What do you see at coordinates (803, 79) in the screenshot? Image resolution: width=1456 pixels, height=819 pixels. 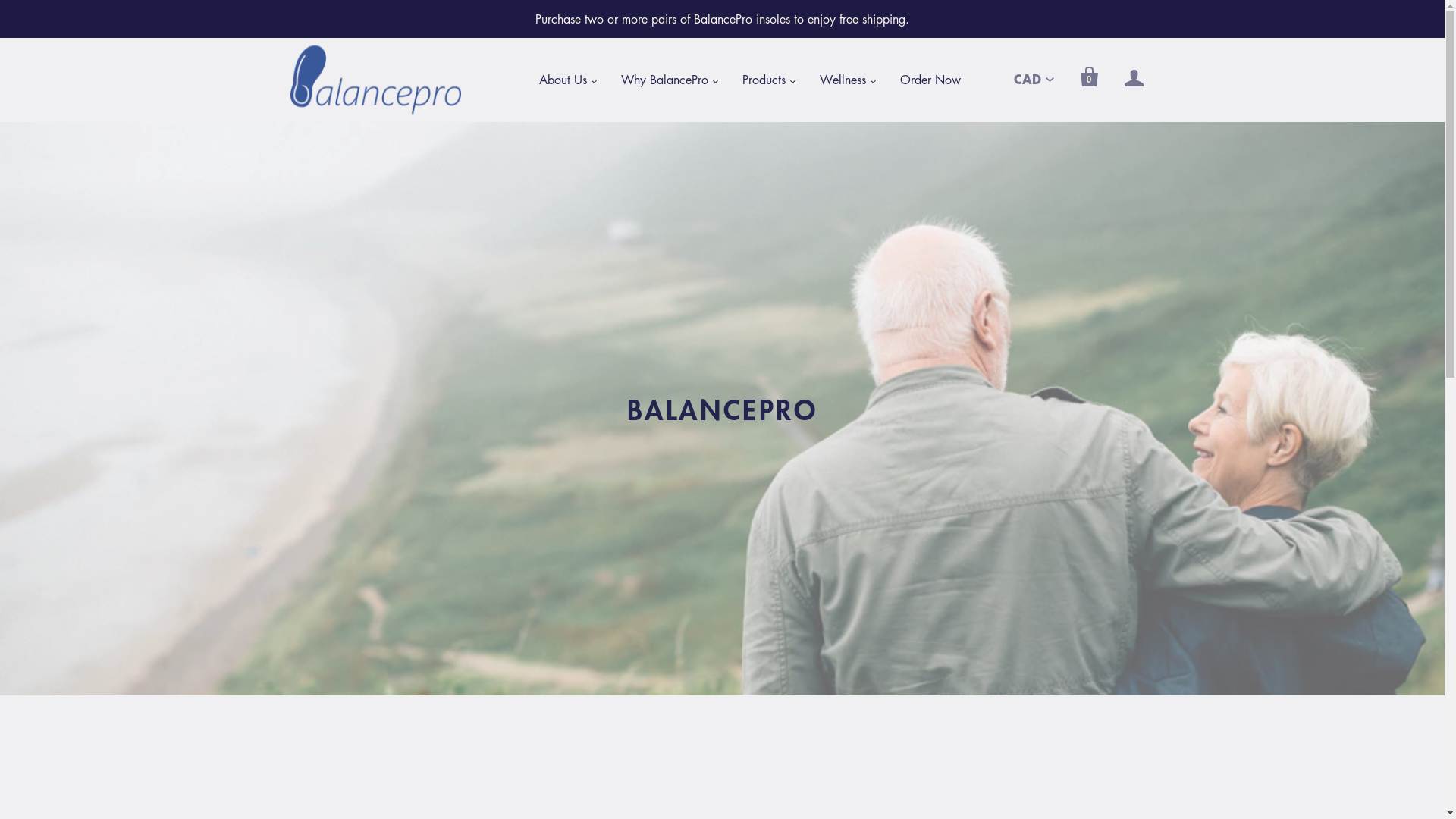 I see `'Wellness'` at bounding box center [803, 79].